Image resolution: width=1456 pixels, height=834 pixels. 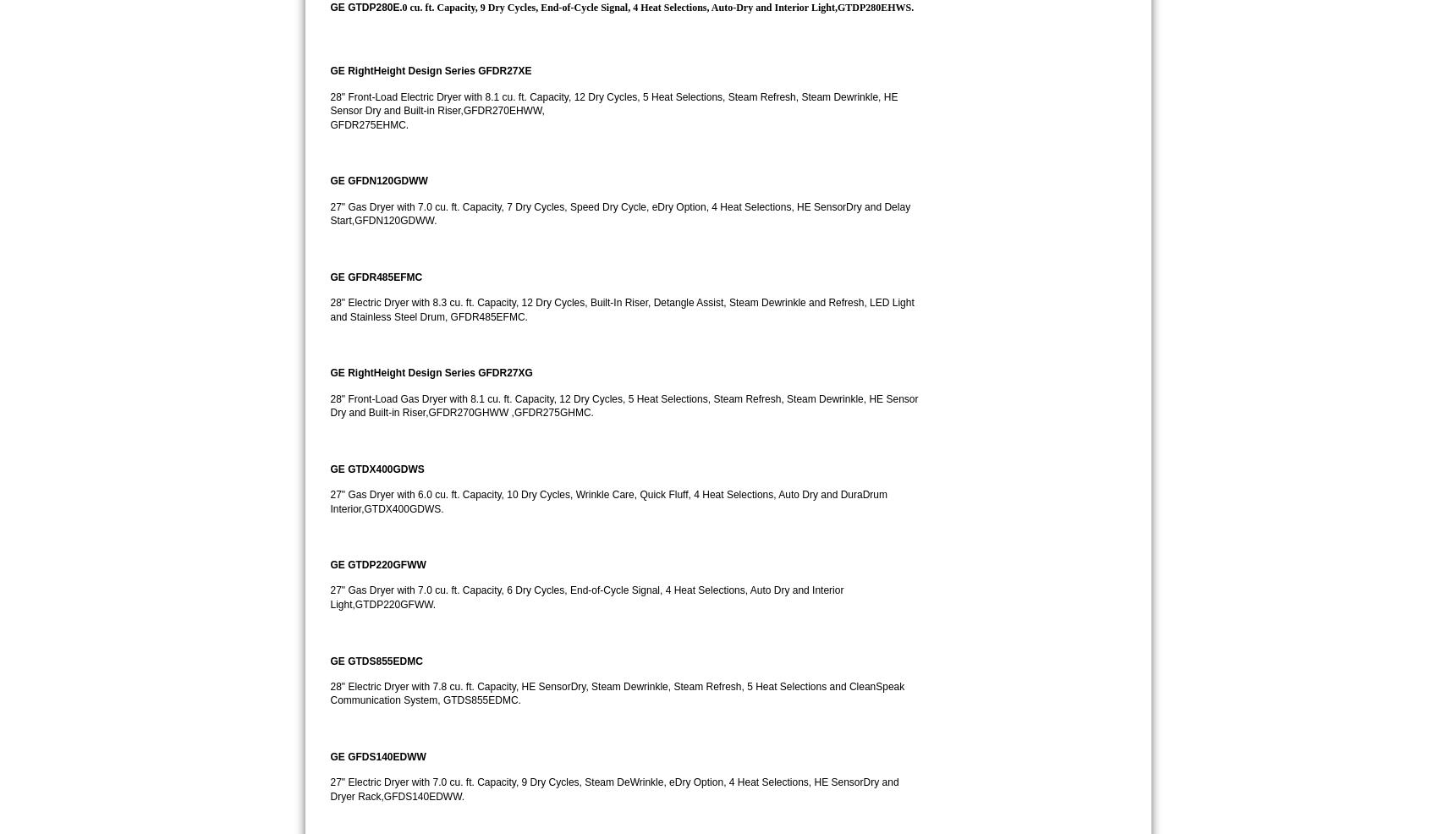 What do you see at coordinates (656, 6) in the screenshot?
I see `'.0 cu. ft. Capacity, 9 Dry Cycles, End-of-Cycle Signal, 4 Heat Selections, Auto-Dry and Interior Light,GTDP280EHWS.'` at bounding box center [656, 6].